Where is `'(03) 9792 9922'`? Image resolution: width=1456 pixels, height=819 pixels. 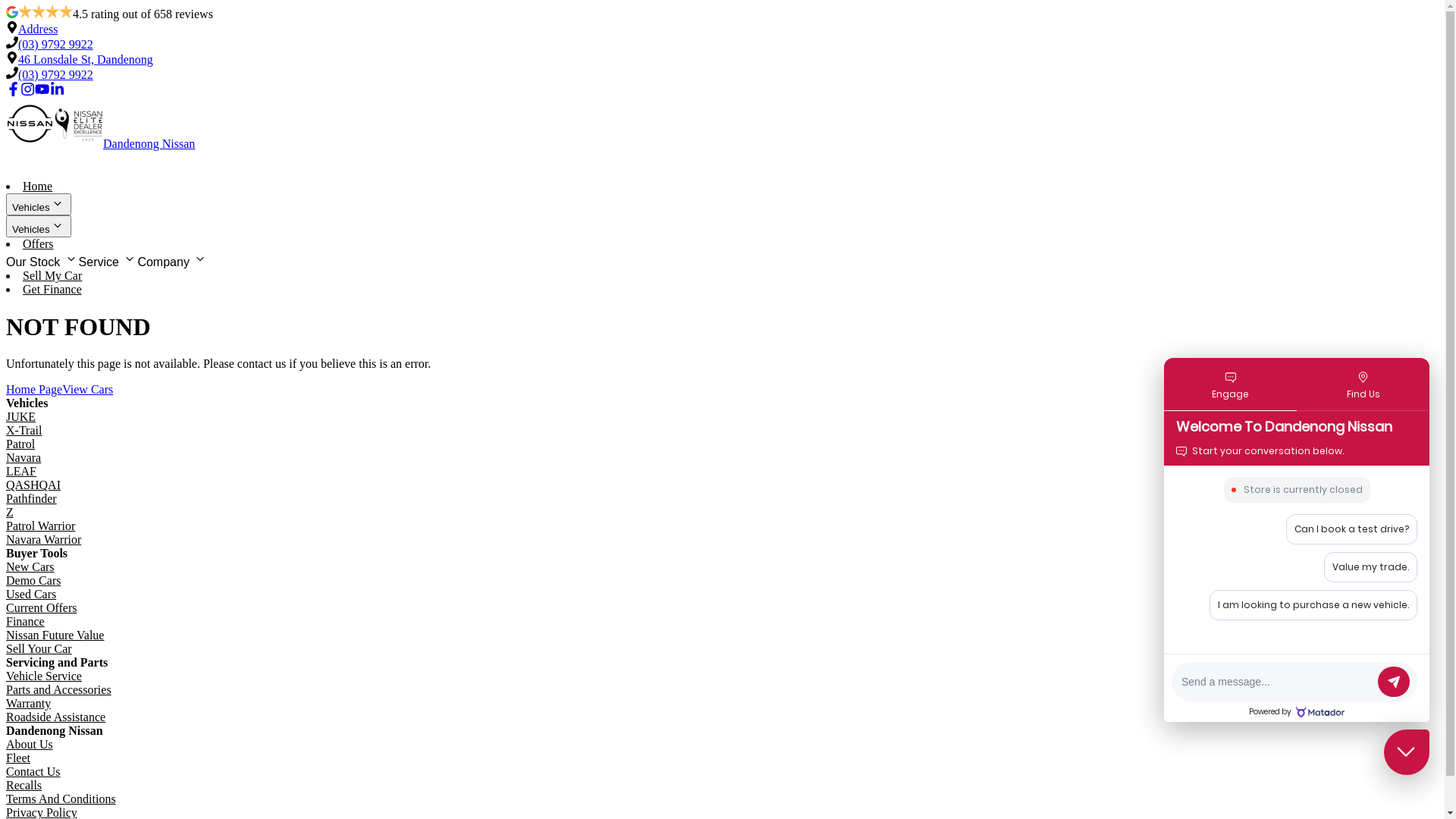 '(03) 9792 9922' is located at coordinates (18, 74).